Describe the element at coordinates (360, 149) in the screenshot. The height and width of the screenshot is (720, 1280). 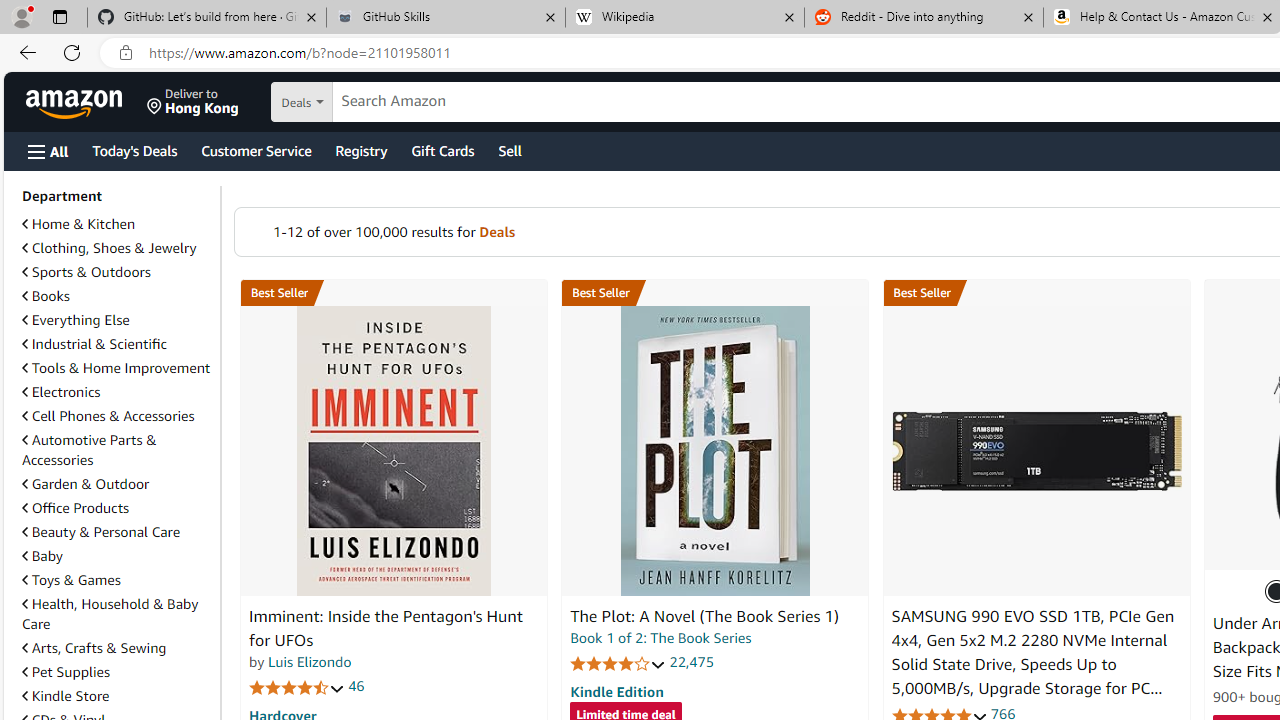
I see `'Registry'` at that location.